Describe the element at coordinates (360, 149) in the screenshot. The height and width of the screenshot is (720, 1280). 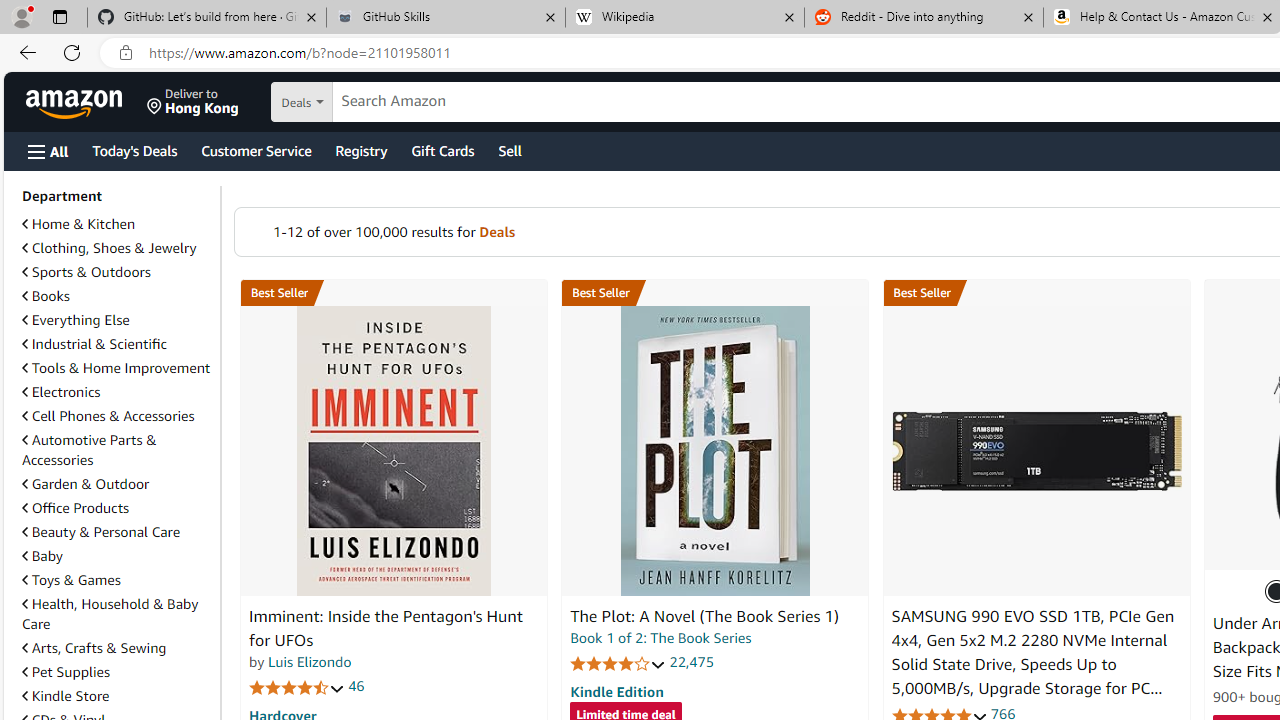
I see `'Registry'` at that location.